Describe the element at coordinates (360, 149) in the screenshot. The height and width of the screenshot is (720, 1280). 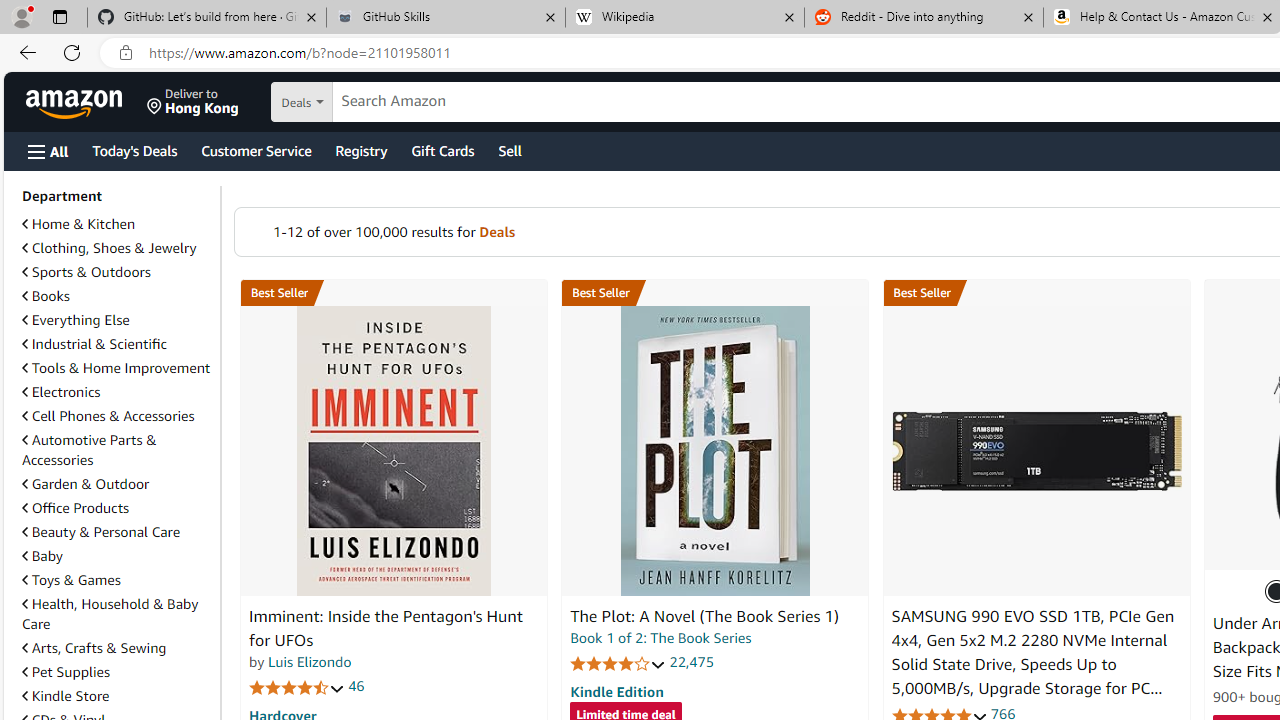
I see `'Registry'` at that location.